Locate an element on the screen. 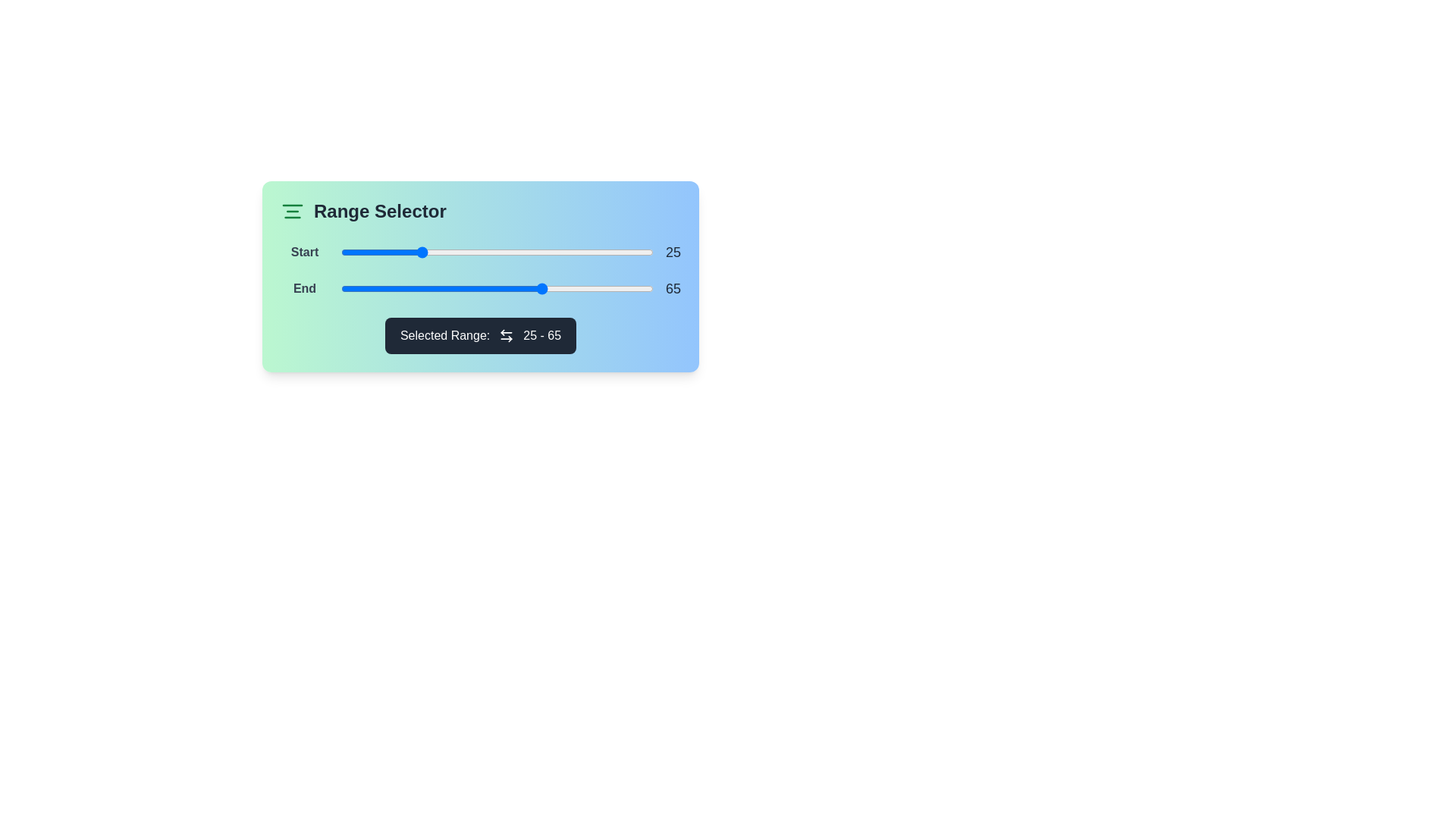 This screenshot has height=819, width=1456. the start range slider to 16 is located at coordinates (391, 251).